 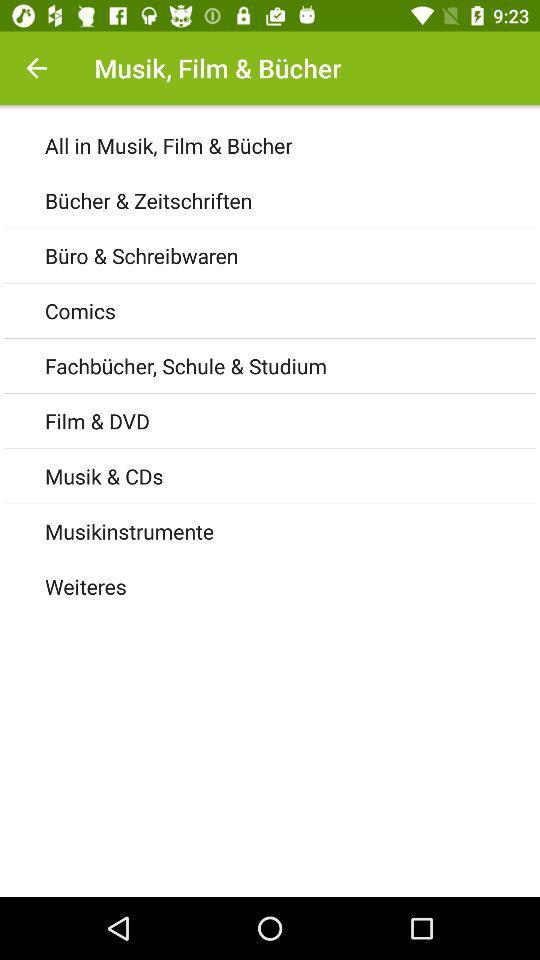 I want to click on film & dvd, so click(x=291, y=421).